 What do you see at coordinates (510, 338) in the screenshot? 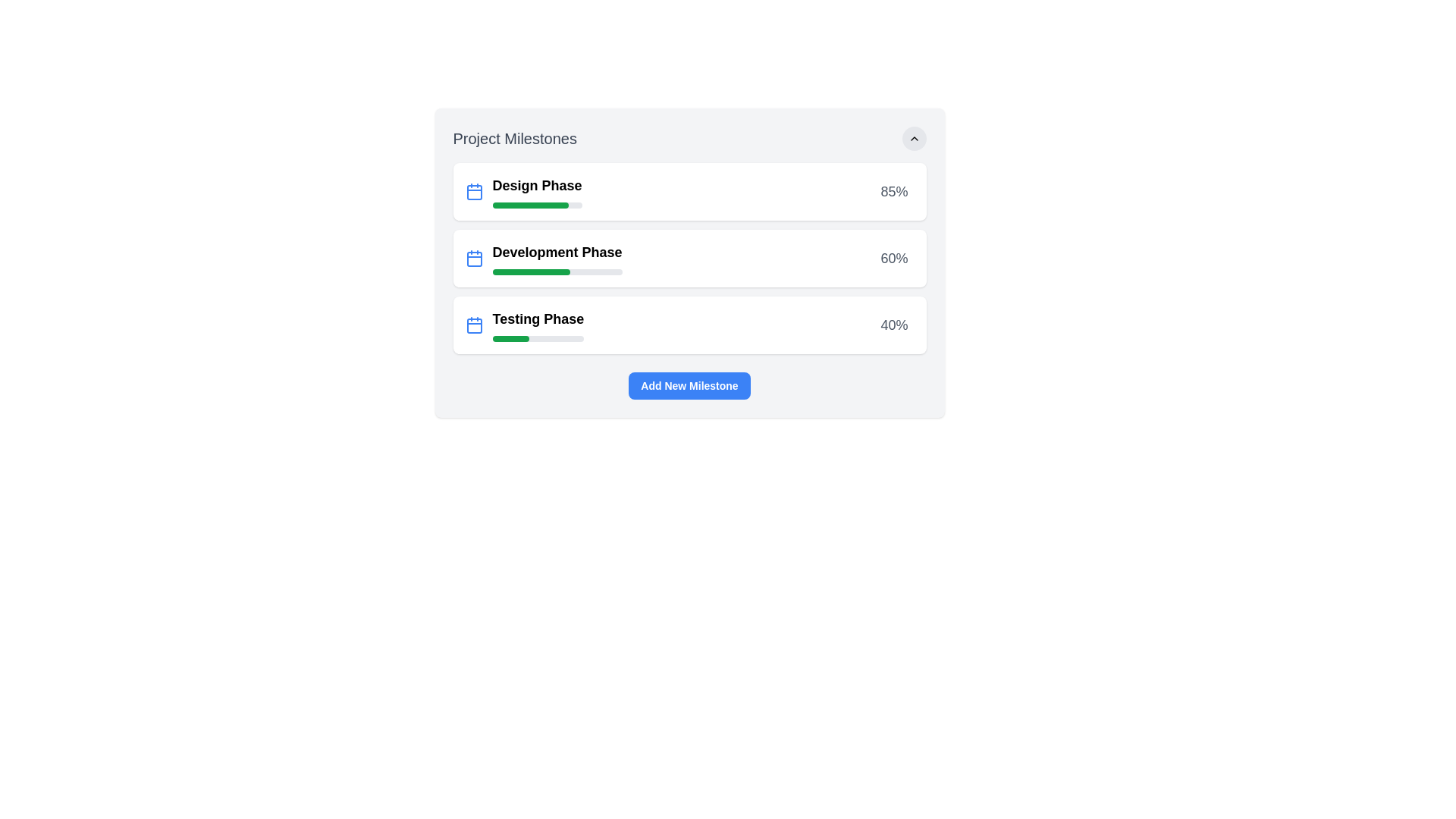
I see `the green progress bar within the 'Testing Phase' milestone card to potentially display additional information` at bounding box center [510, 338].